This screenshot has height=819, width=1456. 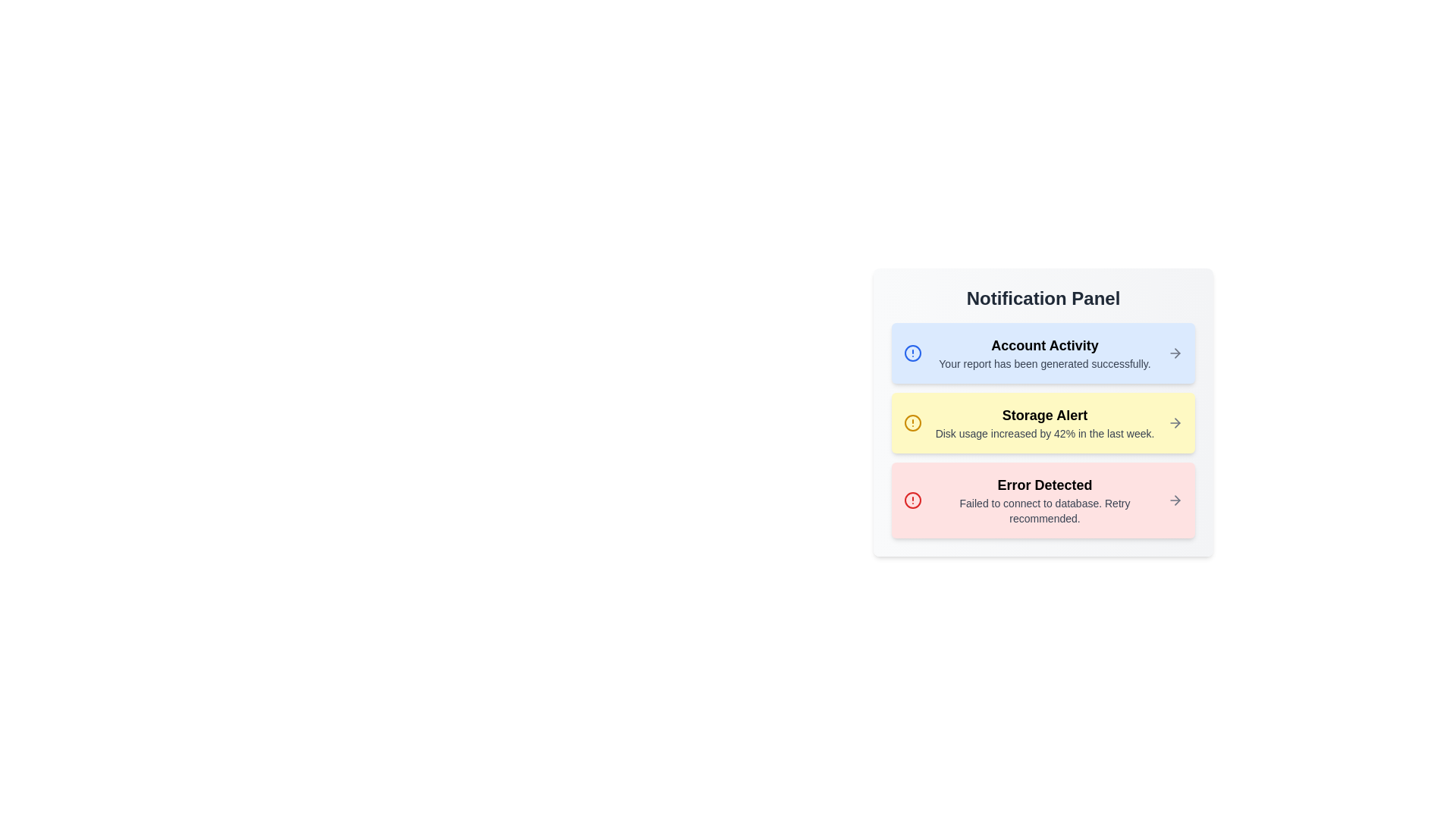 What do you see at coordinates (912, 423) in the screenshot?
I see `the notification icon corresponding to Storage Alert` at bounding box center [912, 423].